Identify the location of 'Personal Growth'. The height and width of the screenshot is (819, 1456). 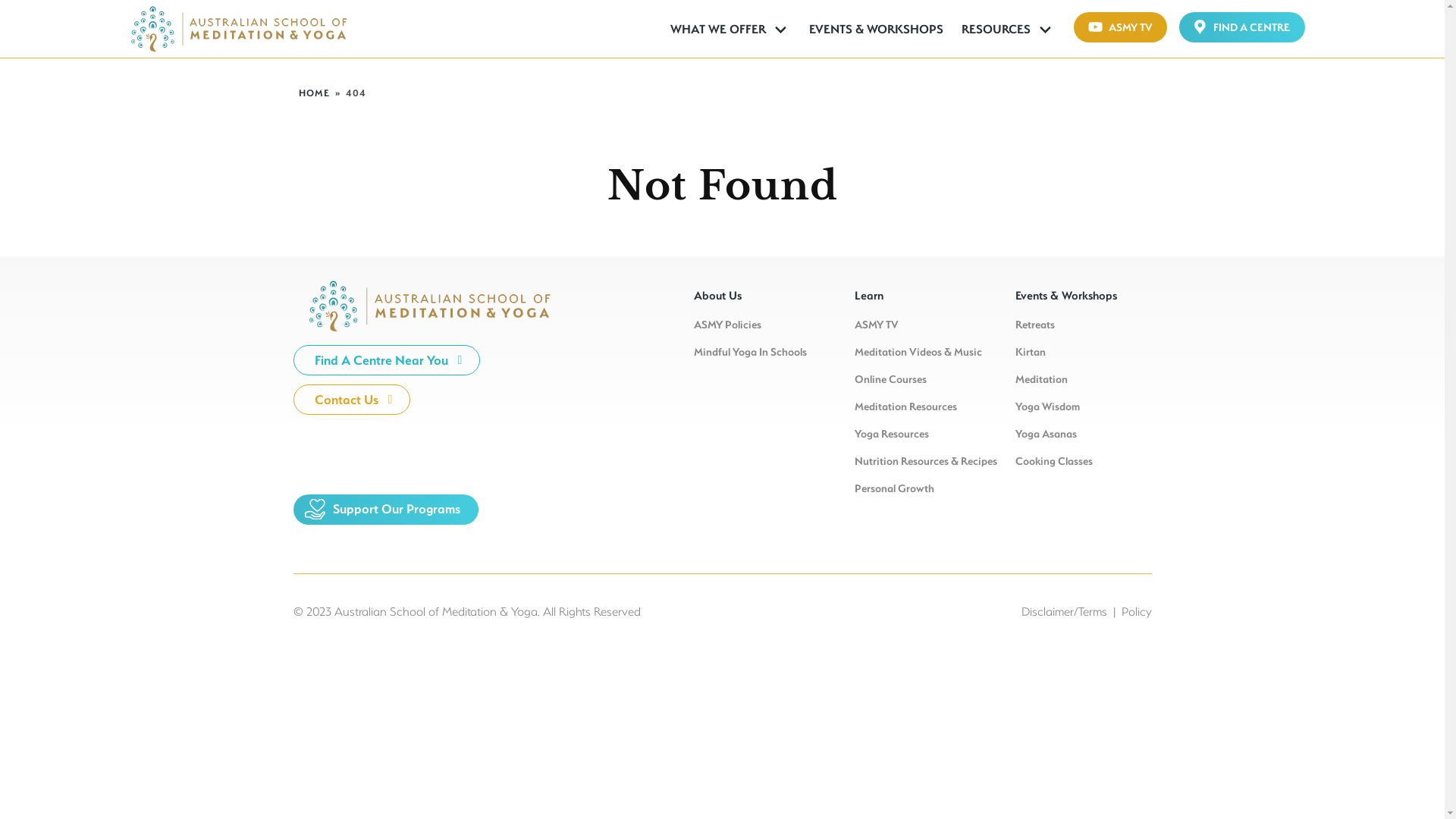
(893, 488).